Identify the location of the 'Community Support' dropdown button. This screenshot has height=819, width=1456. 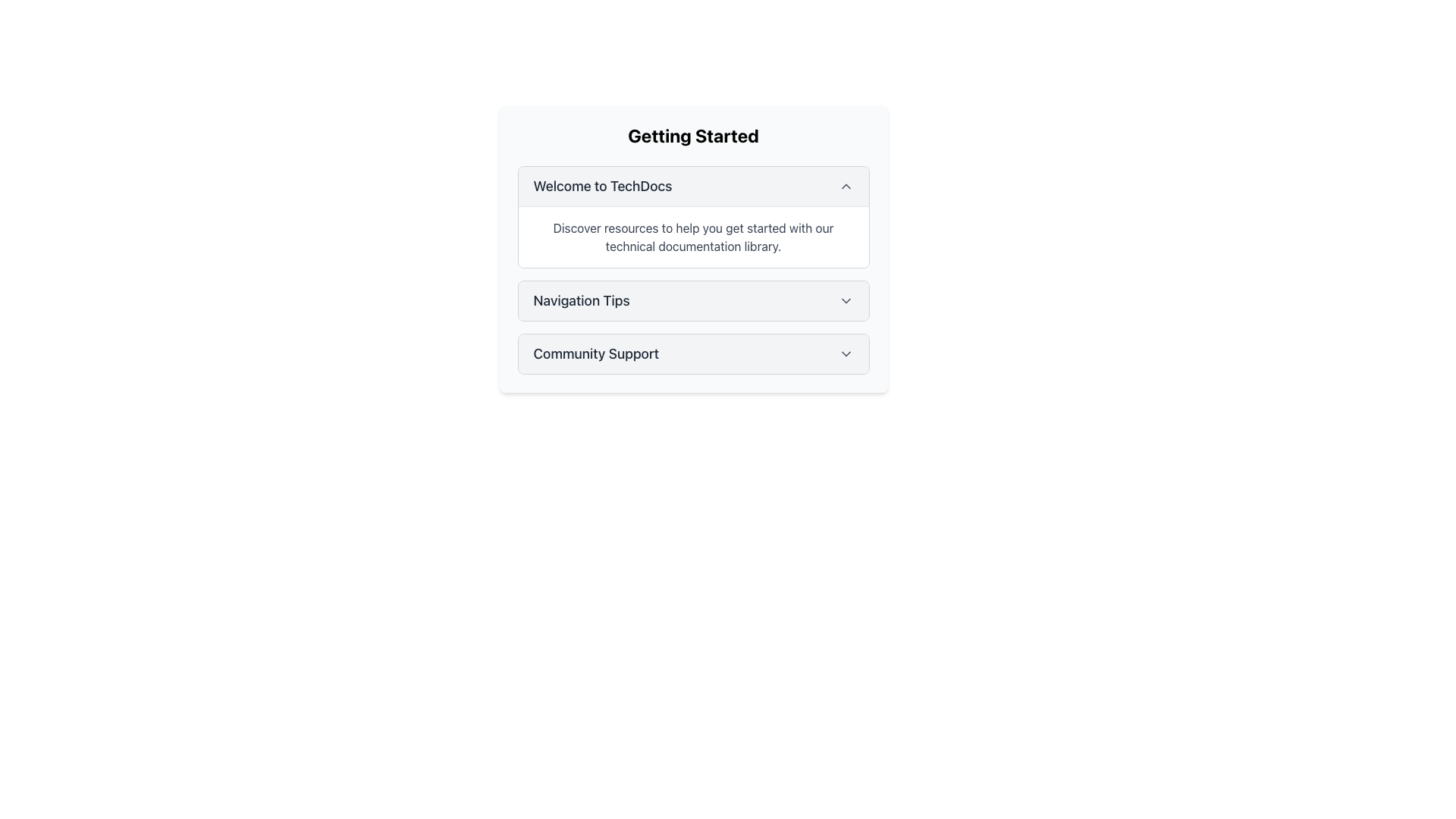
(692, 353).